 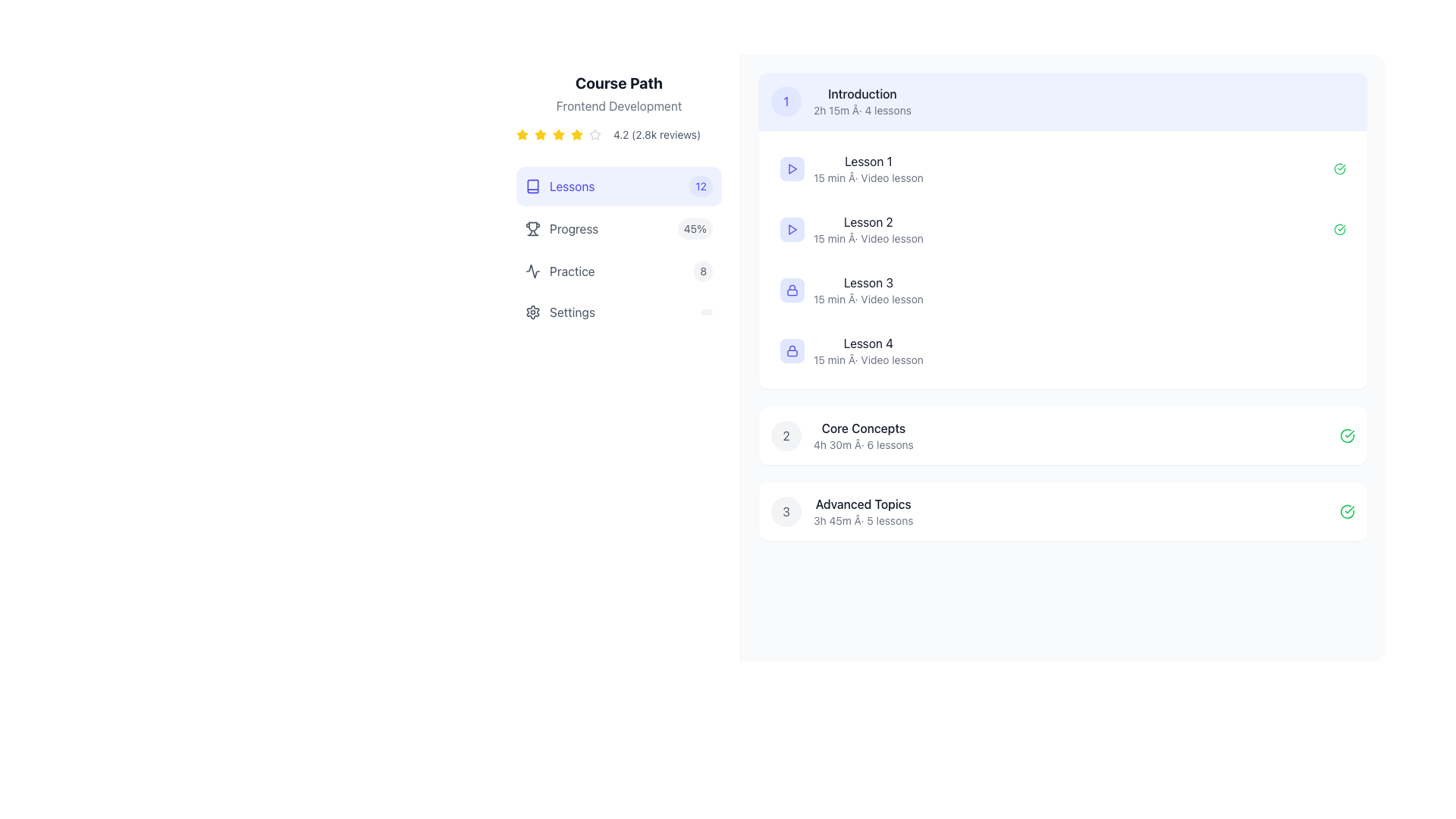 I want to click on the list item titled 'Advanced Topics', so click(x=841, y=512).